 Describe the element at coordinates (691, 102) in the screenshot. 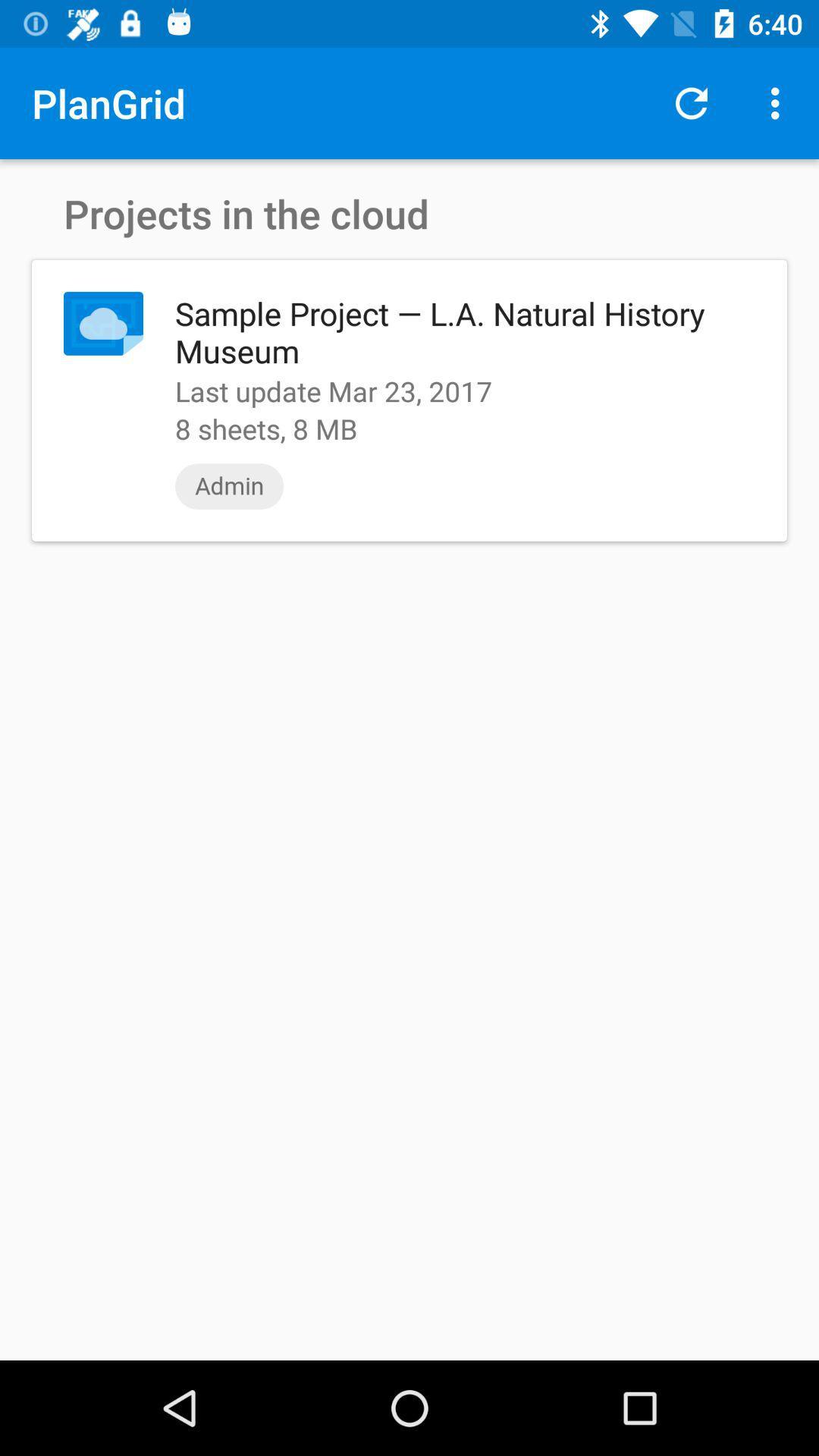

I see `icon next to plangrid` at that location.